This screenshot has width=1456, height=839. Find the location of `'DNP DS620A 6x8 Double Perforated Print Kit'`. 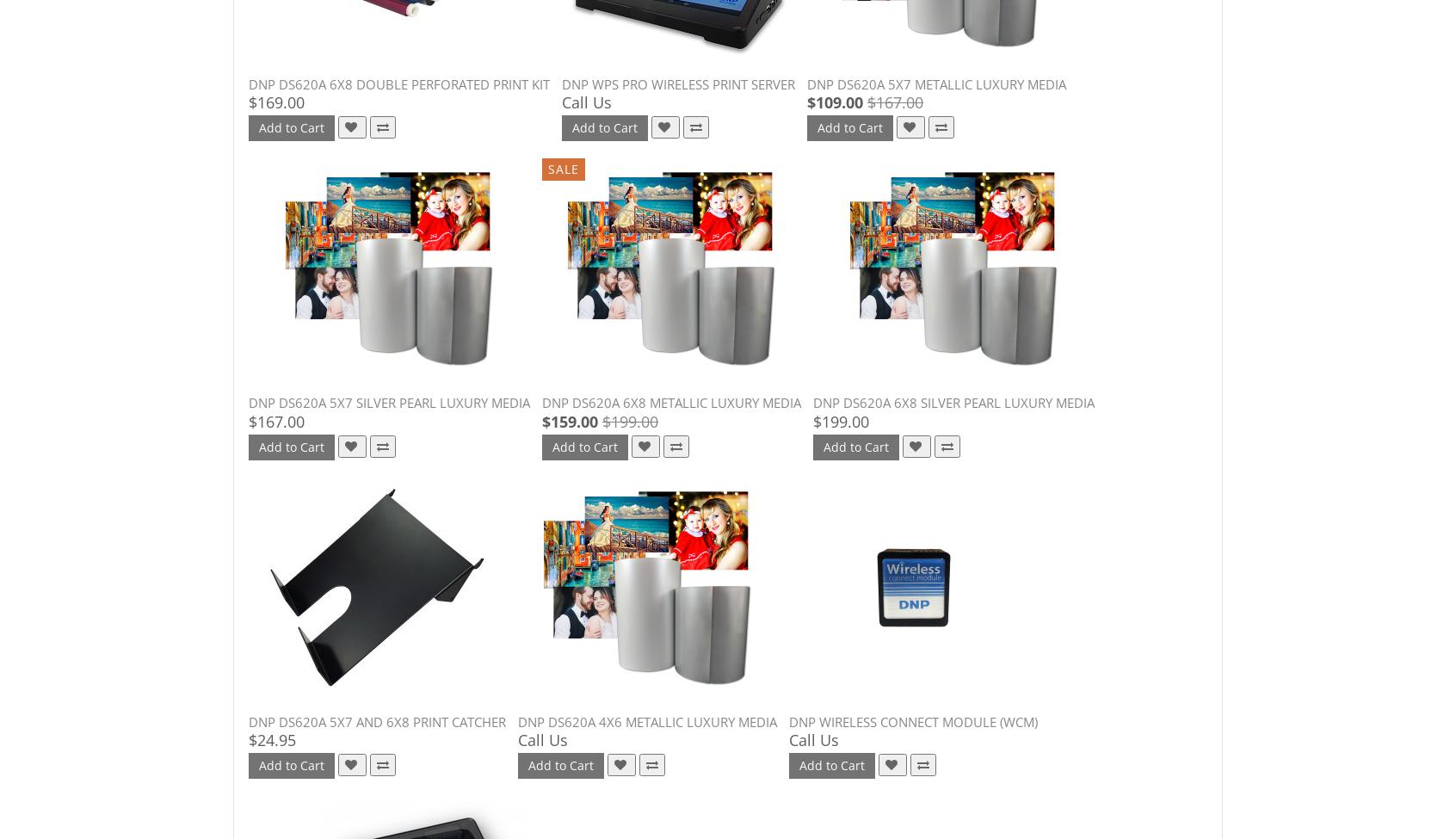

'DNP DS620A 6x8 Double Perforated Print Kit' is located at coordinates (398, 83).